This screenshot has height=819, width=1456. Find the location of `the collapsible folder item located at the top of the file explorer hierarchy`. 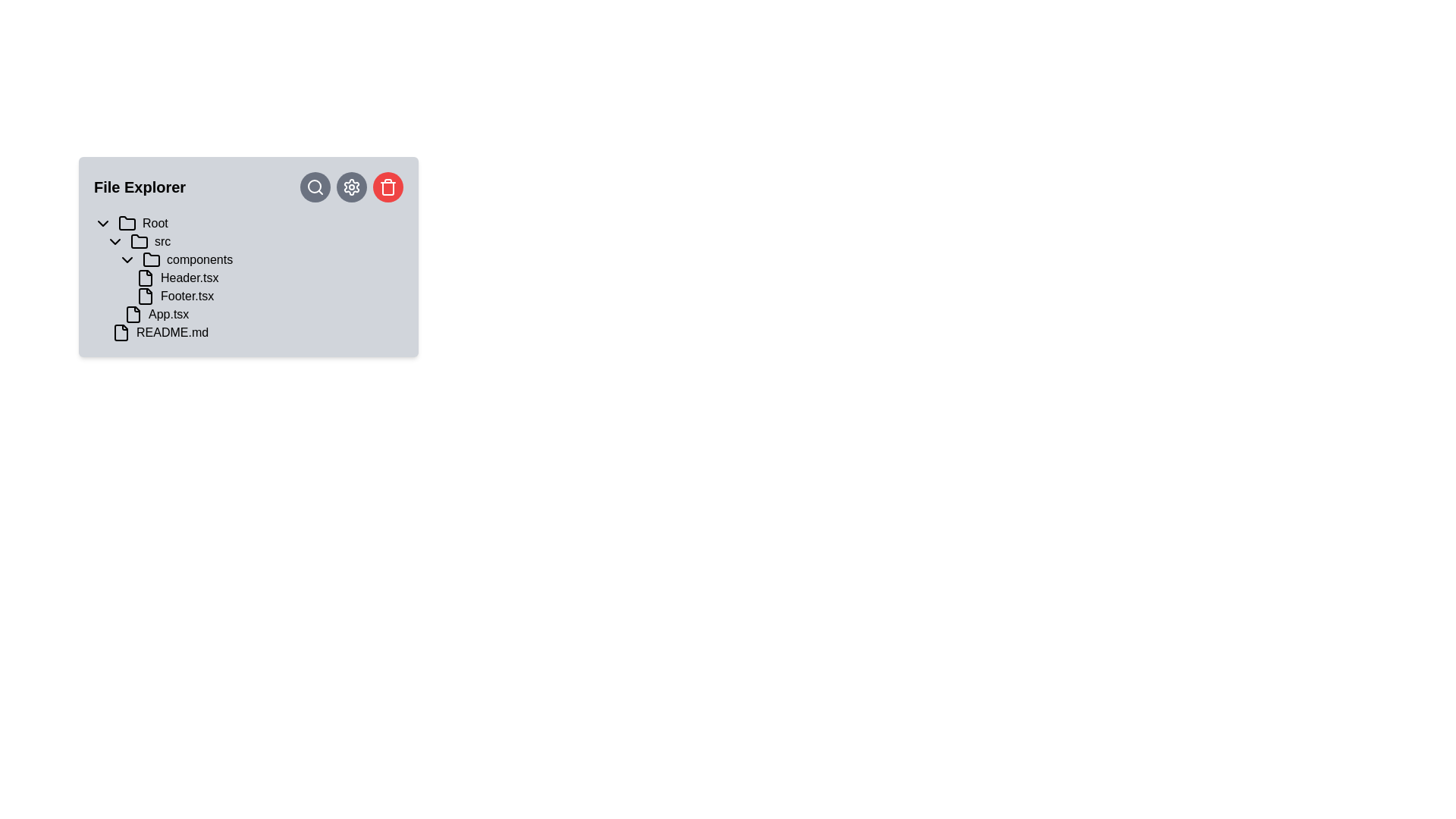

the collapsible folder item located at the top of the file explorer hierarchy is located at coordinates (248, 223).